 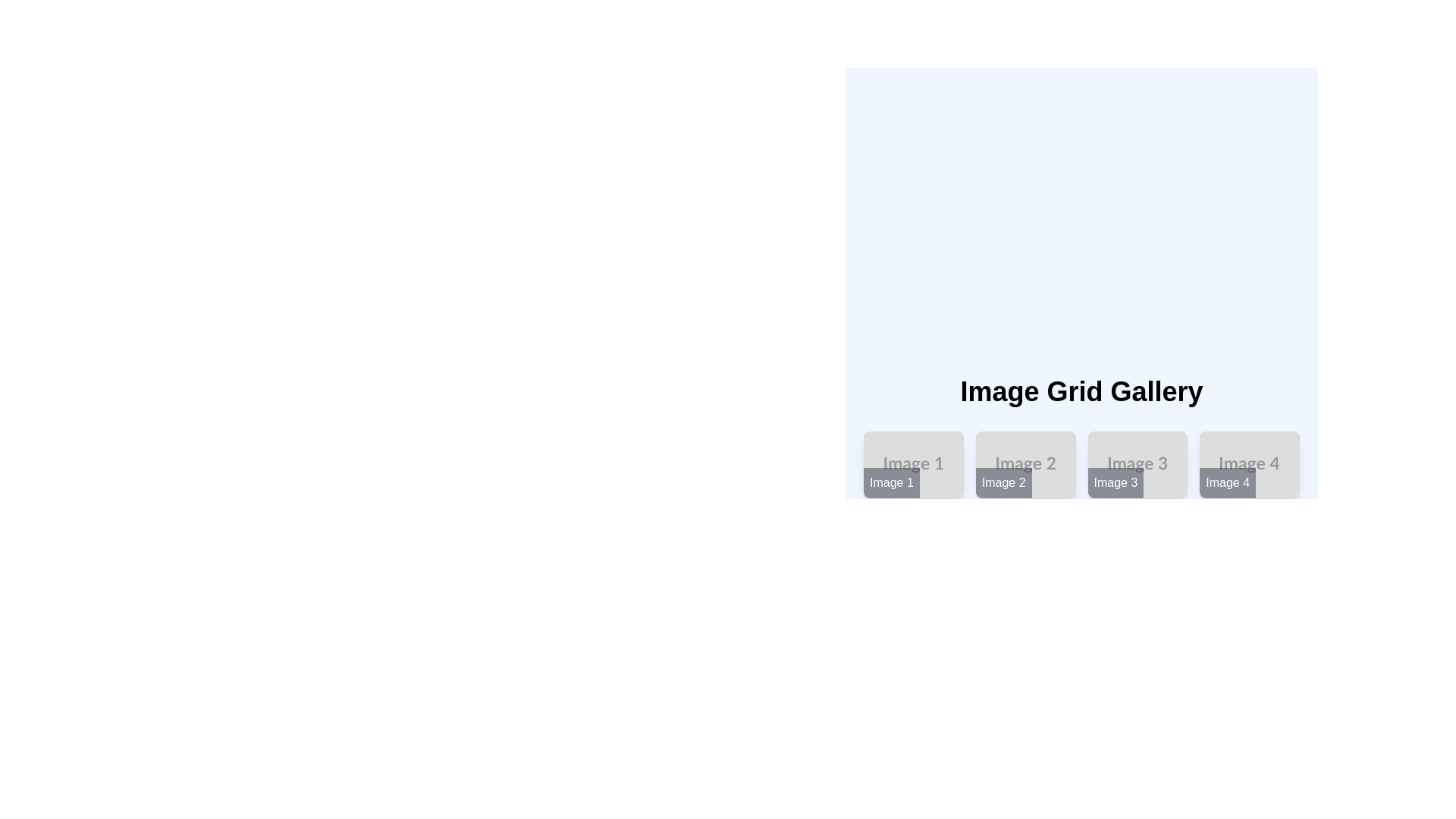 What do you see at coordinates (1137, 464) in the screenshot?
I see `the rectangular image element labeled 'Image 3' that has rounded corners and a shadow effect` at bounding box center [1137, 464].